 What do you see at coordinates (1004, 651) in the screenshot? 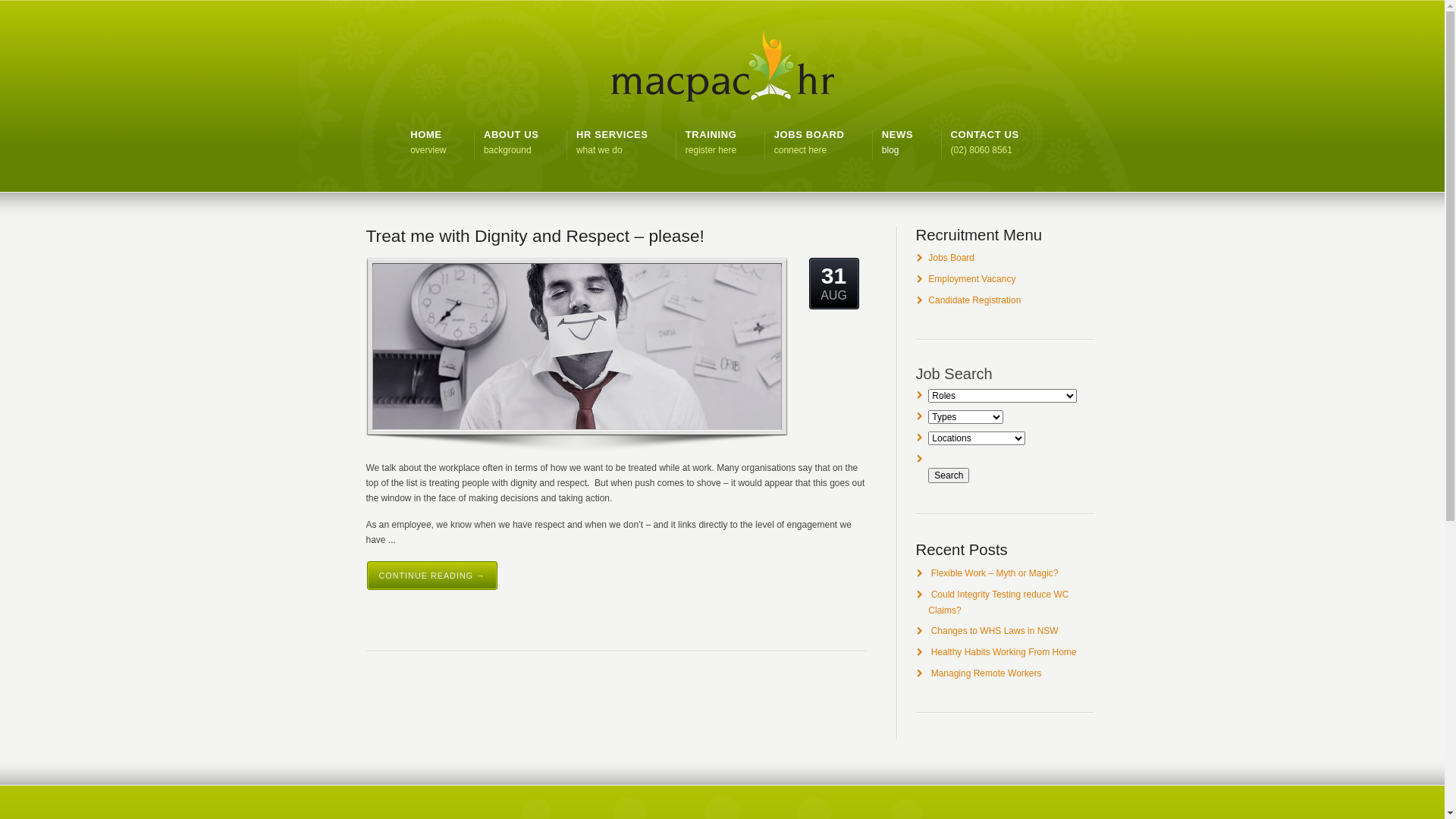
I see `'Healthy Habits Working From Home'` at bounding box center [1004, 651].